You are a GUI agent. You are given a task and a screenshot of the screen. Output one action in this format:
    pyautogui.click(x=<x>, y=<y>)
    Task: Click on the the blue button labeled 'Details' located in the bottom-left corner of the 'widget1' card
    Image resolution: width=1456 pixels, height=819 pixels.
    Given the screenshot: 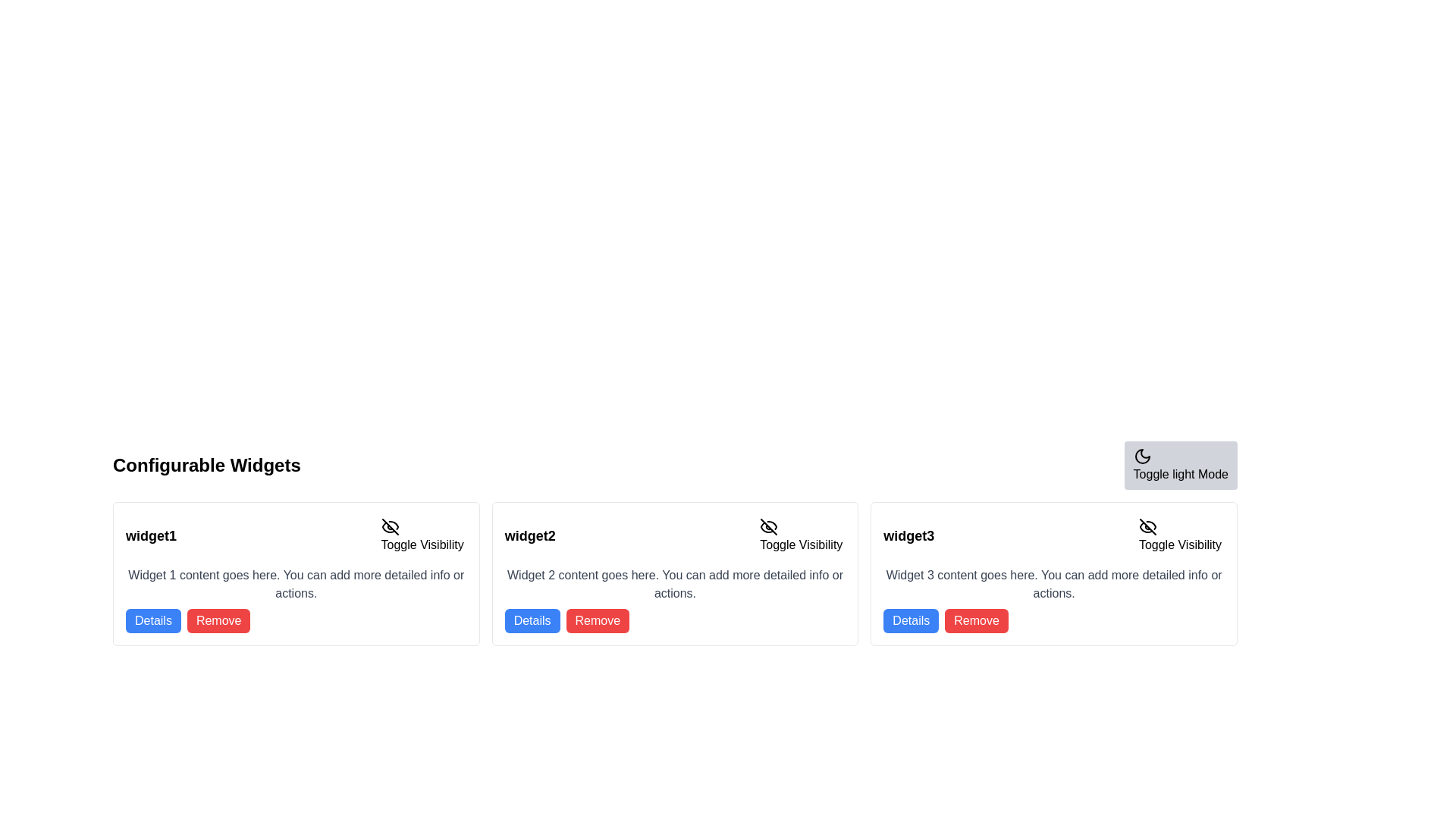 What is the action you would take?
    pyautogui.click(x=153, y=620)
    